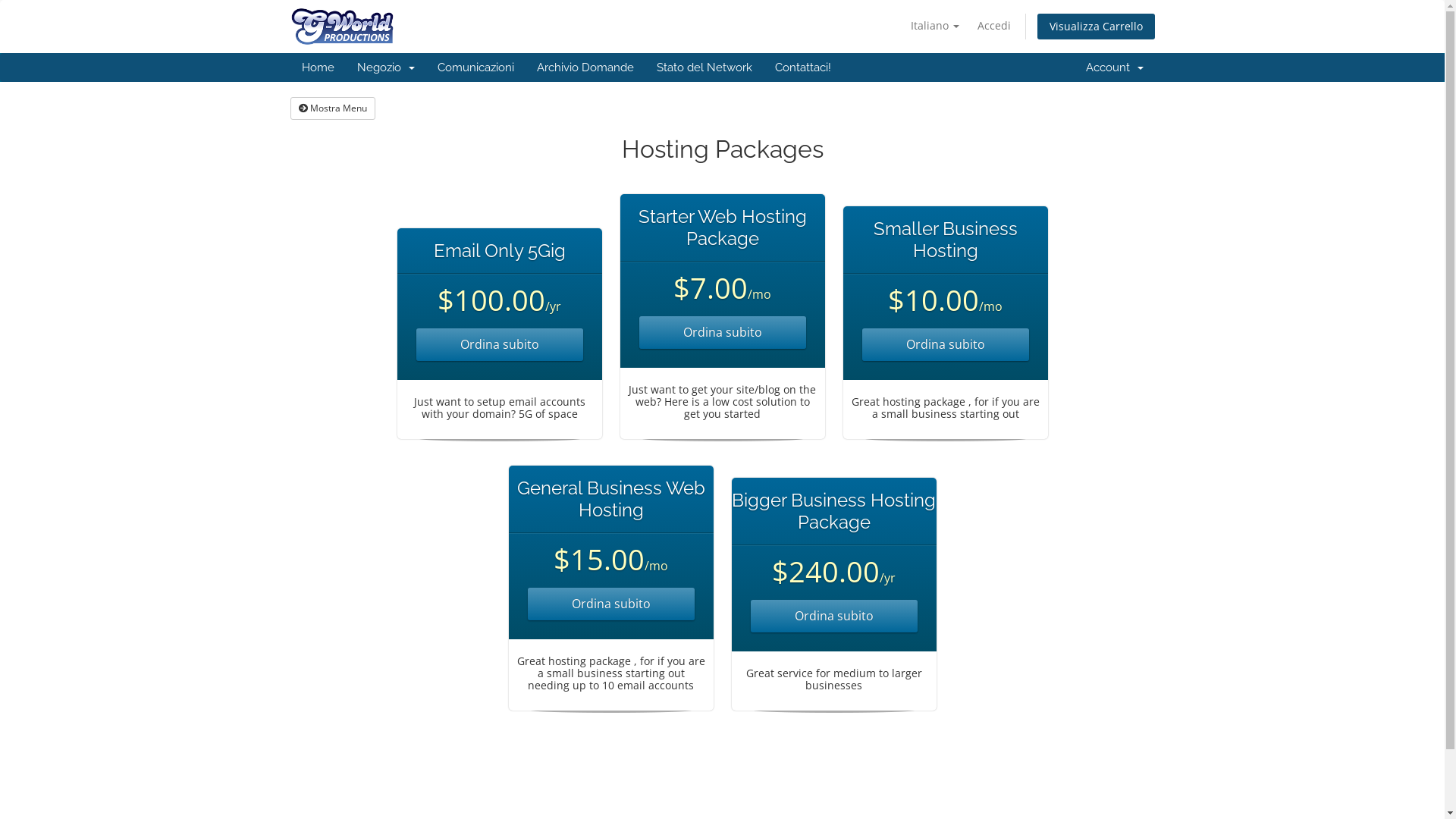  Describe the element at coordinates (1113, 66) in the screenshot. I see `'Account  '` at that location.